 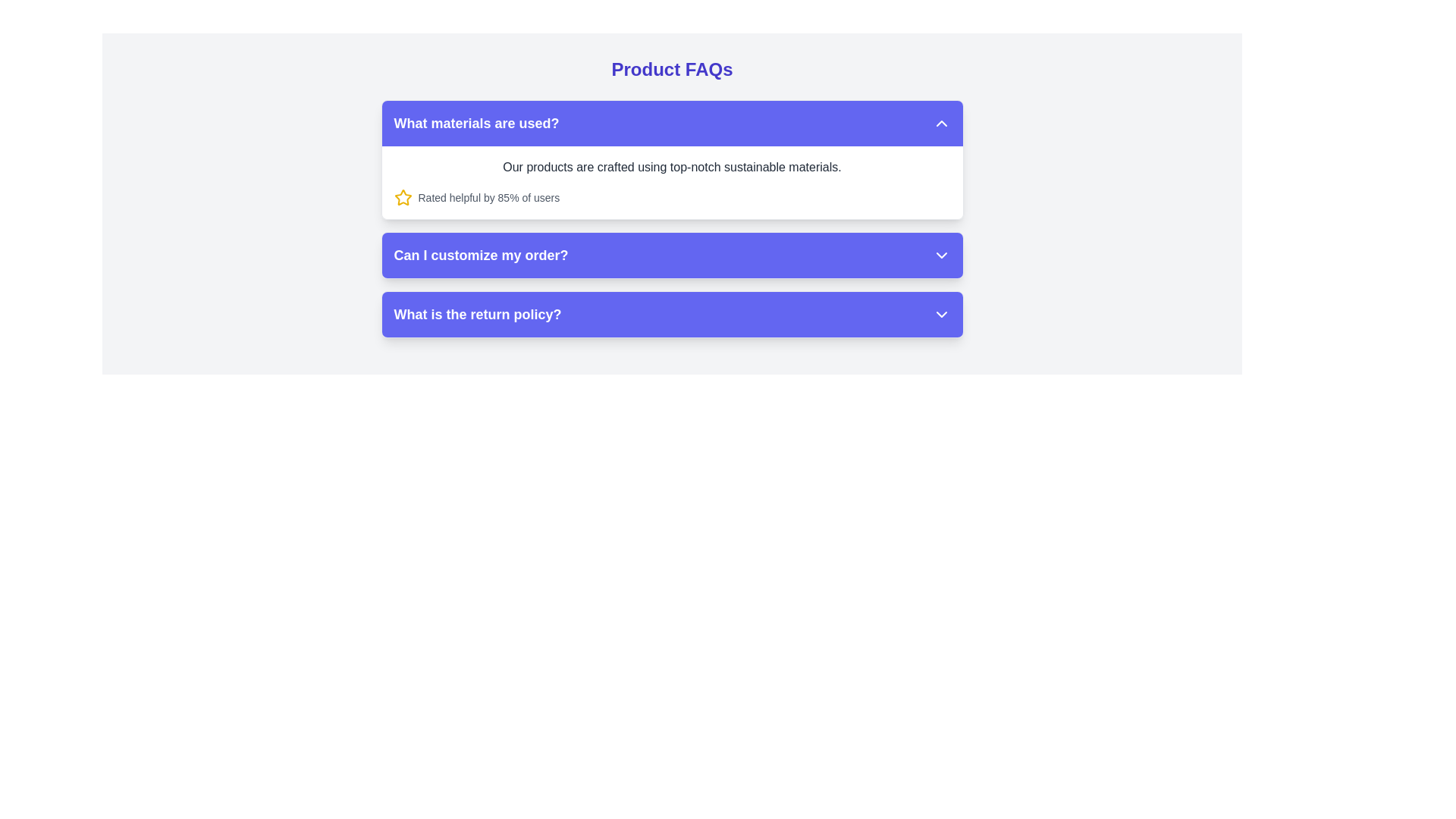 What do you see at coordinates (671, 160) in the screenshot?
I see `the header of the first Collapsible FAQ Item located beneath the 'Product FAQs' title section to receive interaction feedback` at bounding box center [671, 160].